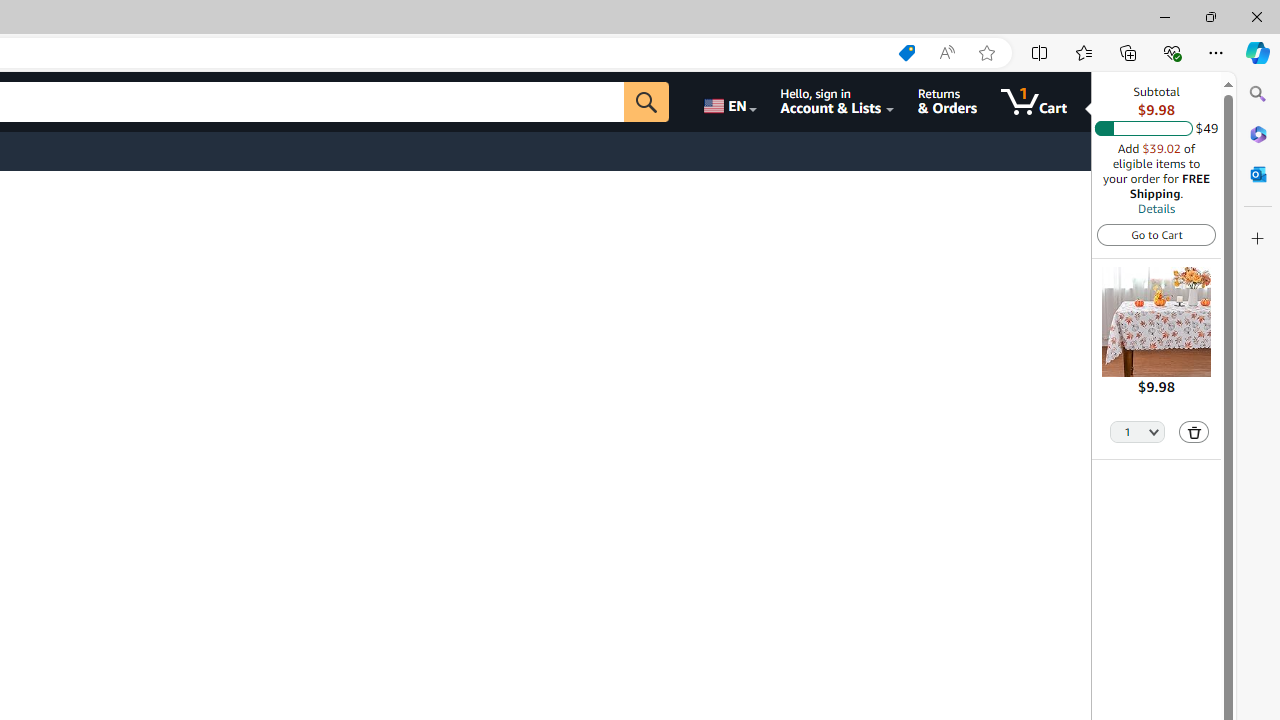 The height and width of the screenshot is (720, 1280). What do you see at coordinates (1156, 233) in the screenshot?
I see `'Go to Cart'` at bounding box center [1156, 233].